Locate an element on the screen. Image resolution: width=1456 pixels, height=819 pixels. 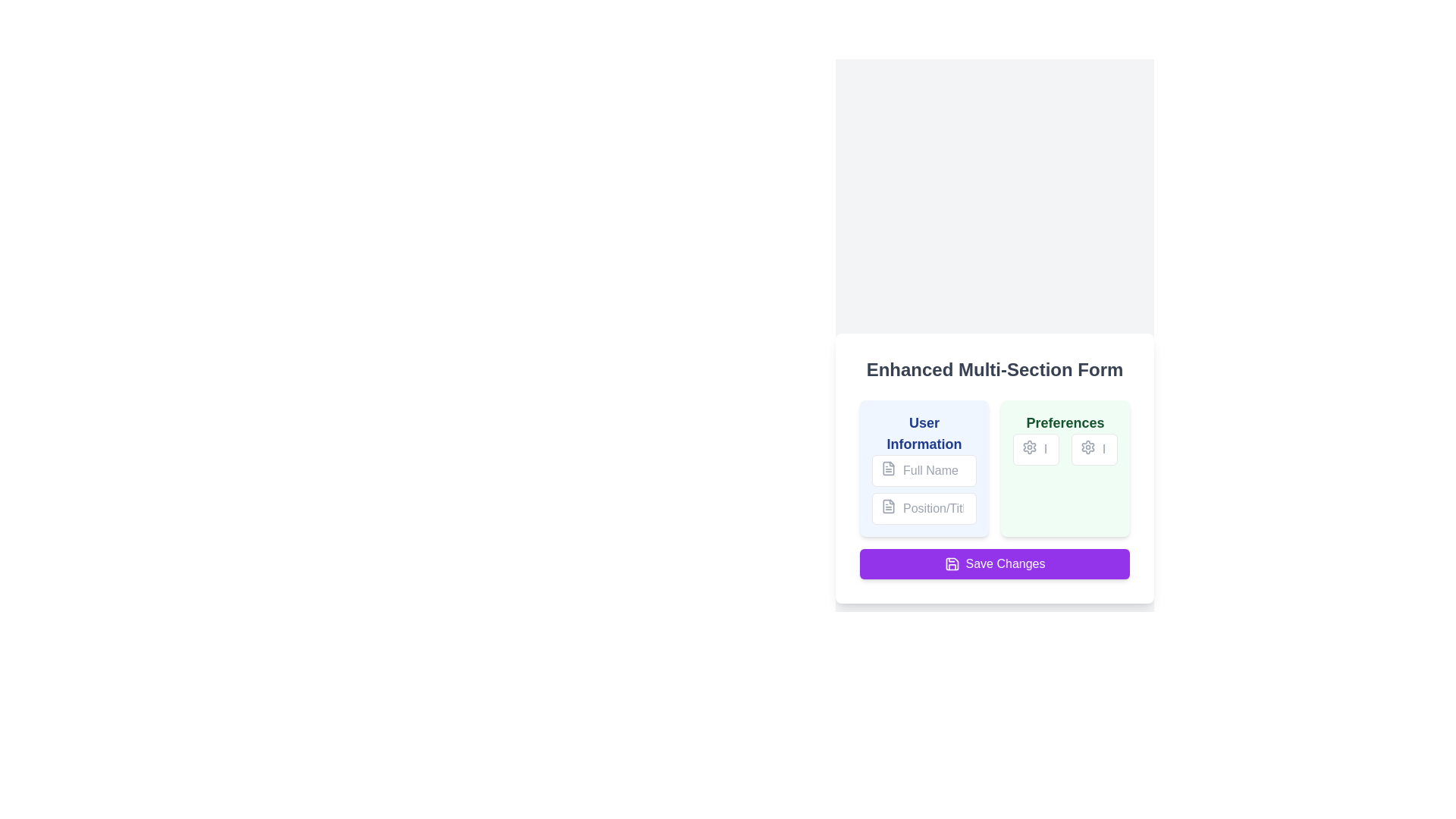
the document icon located in the 'User Information' section is located at coordinates (888, 467).